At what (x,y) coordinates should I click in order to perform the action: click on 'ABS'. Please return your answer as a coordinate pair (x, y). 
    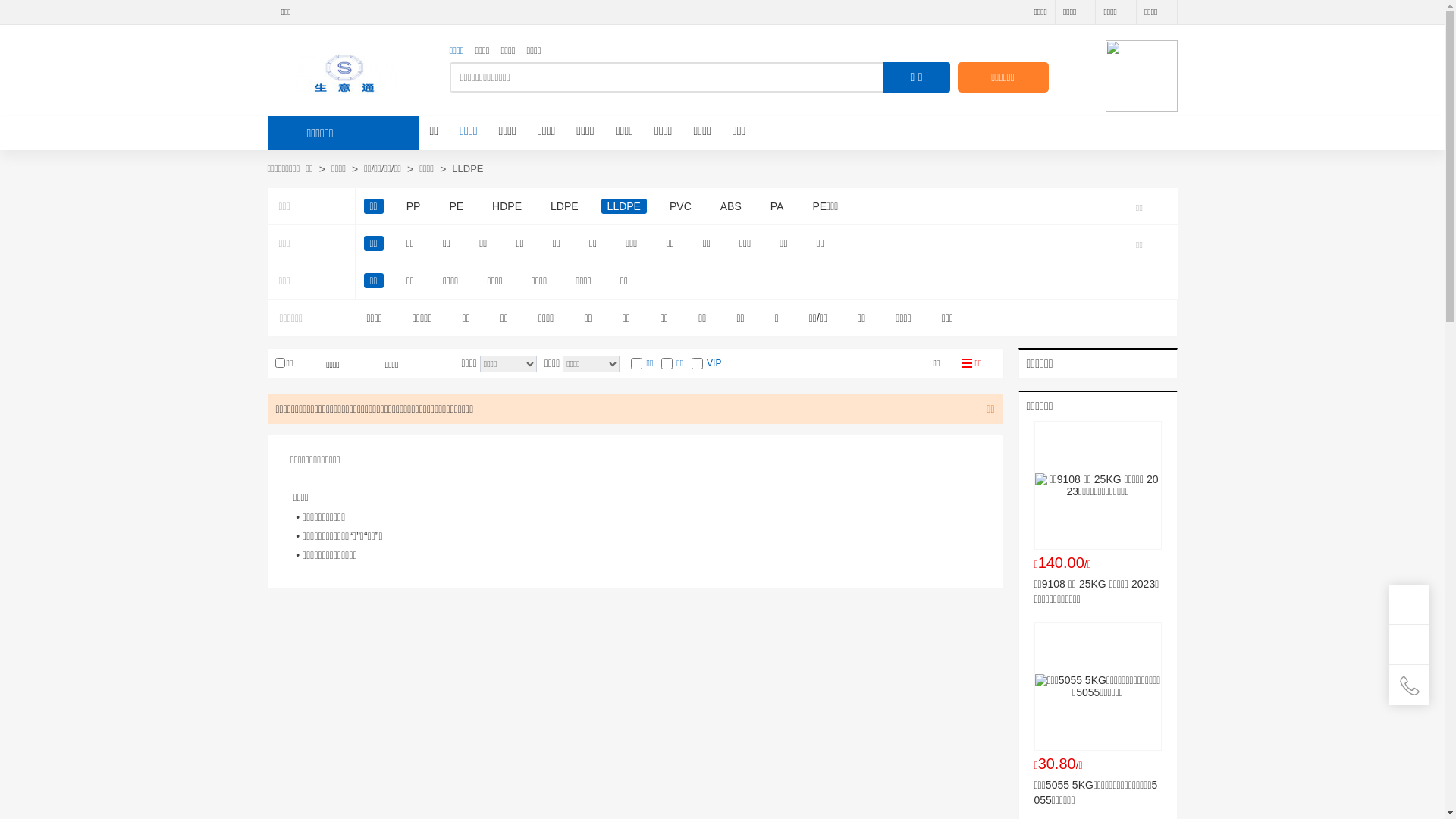
    Looking at the image, I should click on (731, 206).